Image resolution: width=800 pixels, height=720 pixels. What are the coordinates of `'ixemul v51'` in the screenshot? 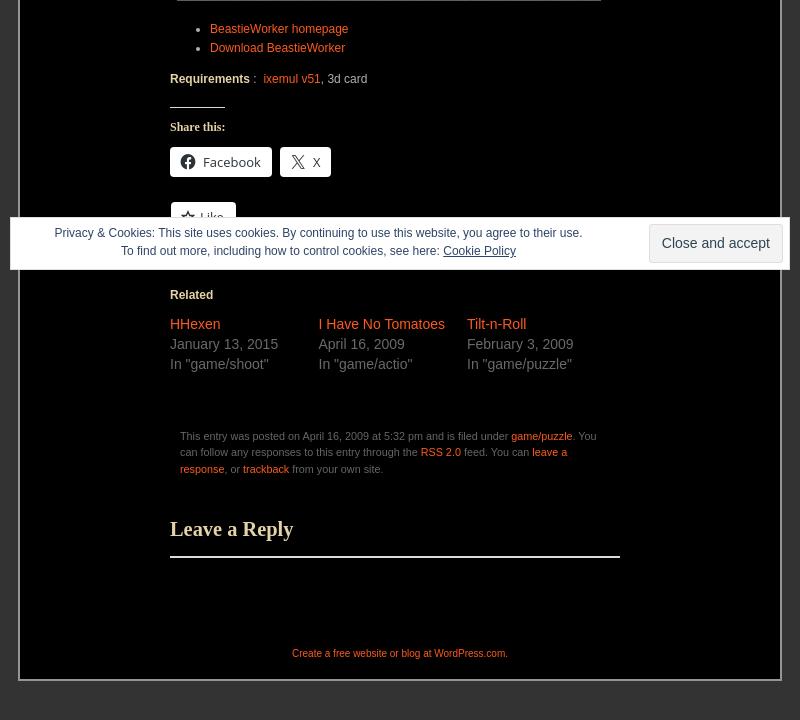 It's located at (291, 77).